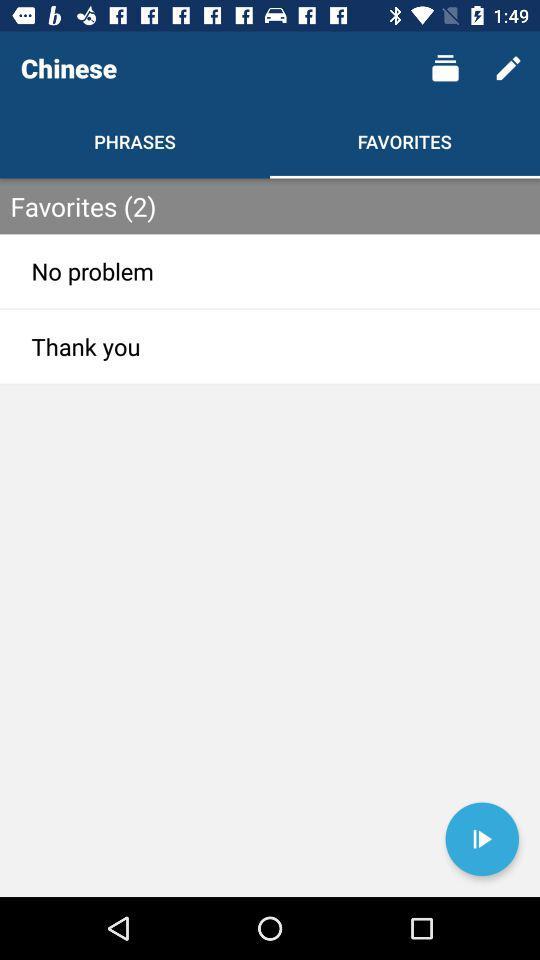  I want to click on the icon above favorites (2), so click(508, 68).